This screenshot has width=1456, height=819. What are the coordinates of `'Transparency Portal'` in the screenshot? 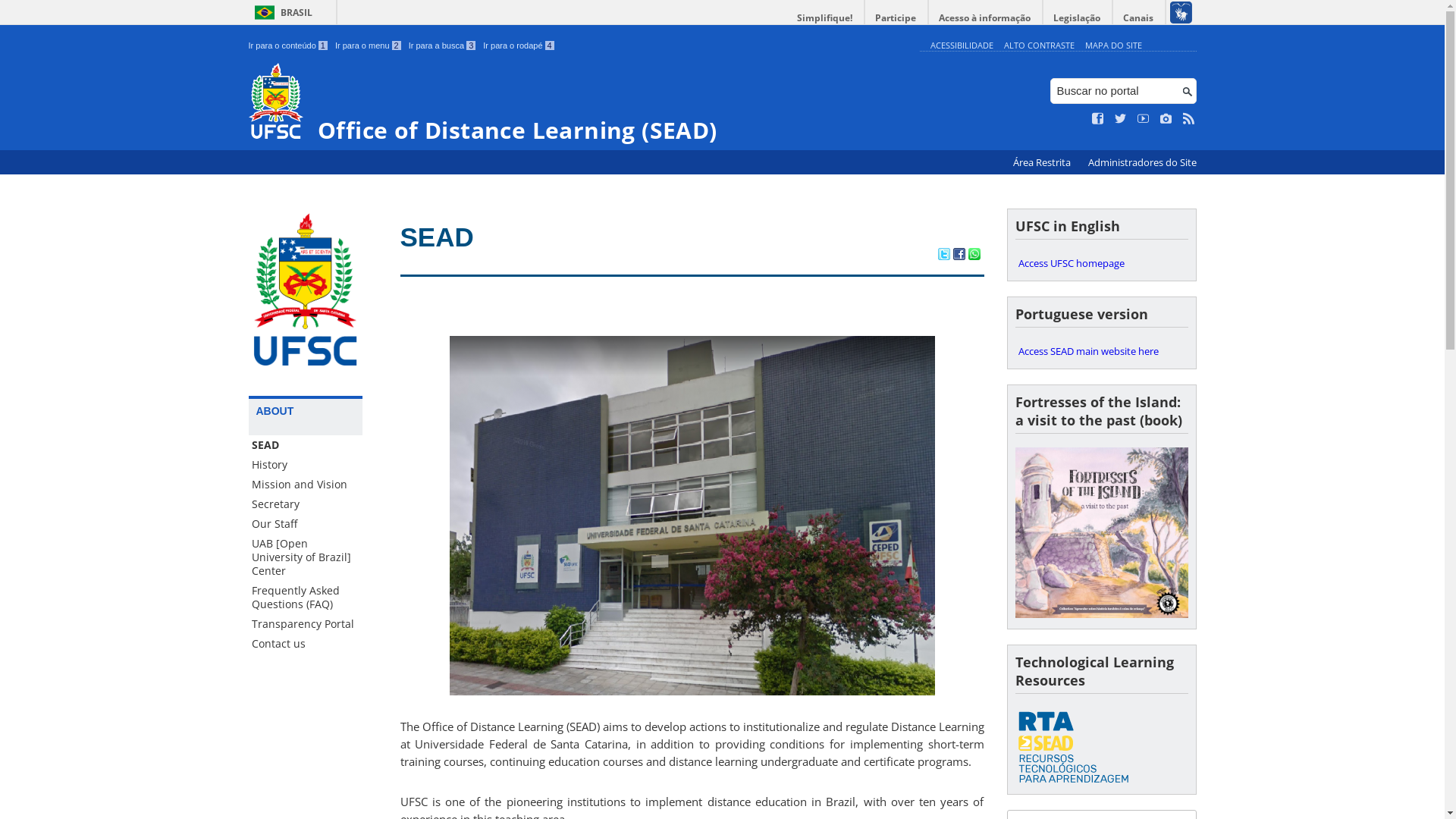 It's located at (305, 623).